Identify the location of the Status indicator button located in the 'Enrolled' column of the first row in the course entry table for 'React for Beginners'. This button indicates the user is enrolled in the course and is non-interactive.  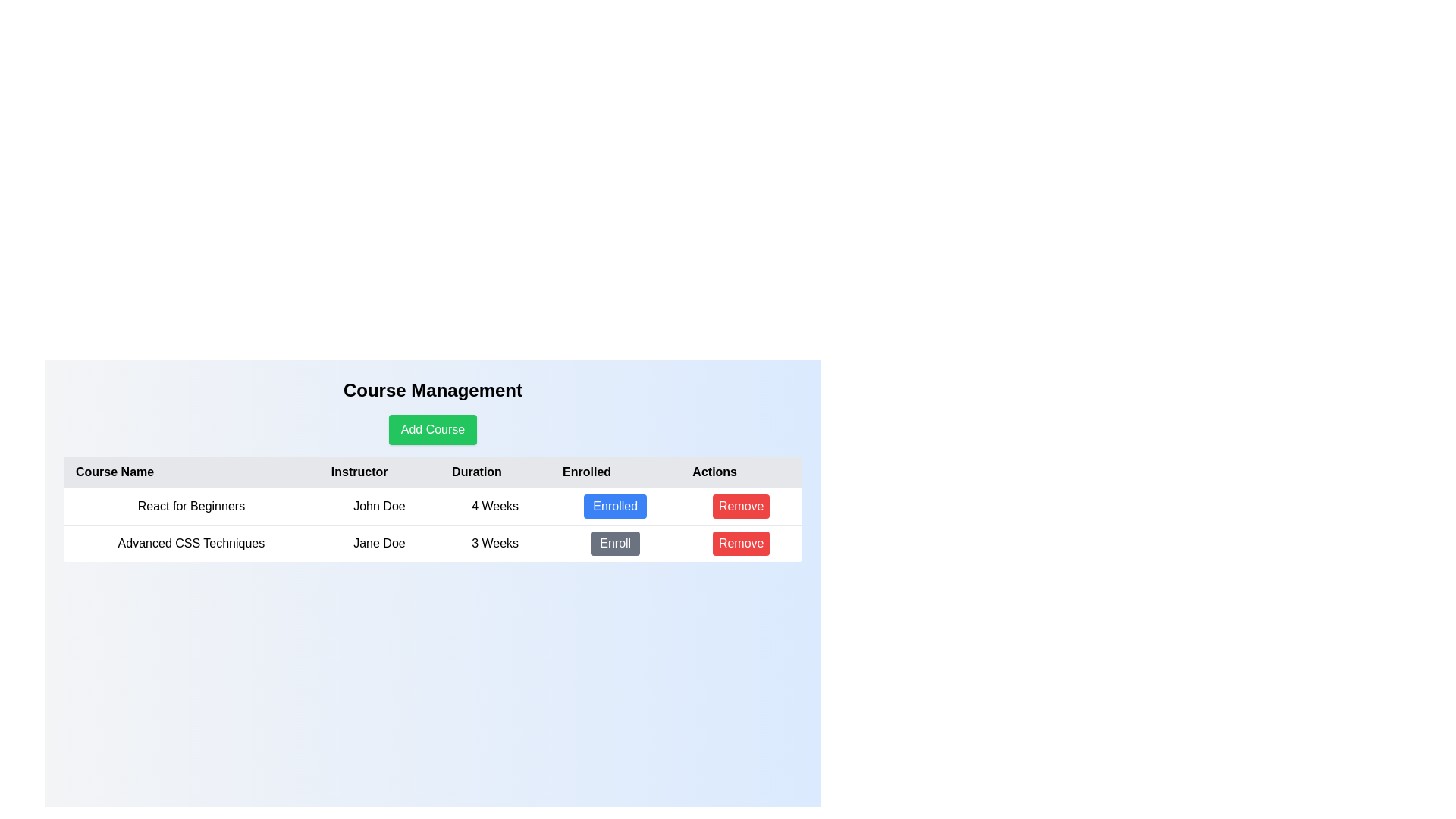
(615, 506).